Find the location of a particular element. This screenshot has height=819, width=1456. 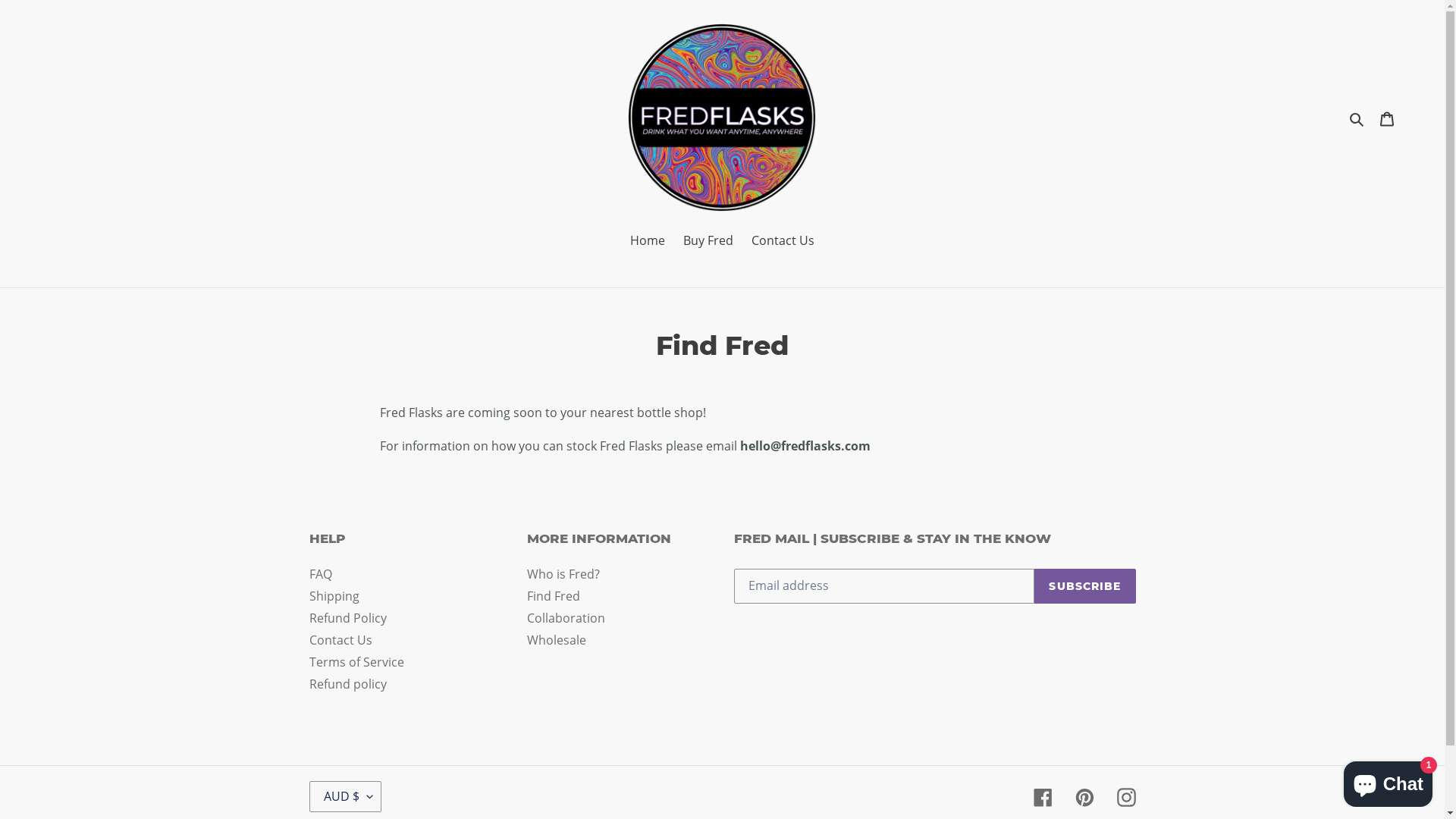

'Contact Us' is located at coordinates (340, 640).